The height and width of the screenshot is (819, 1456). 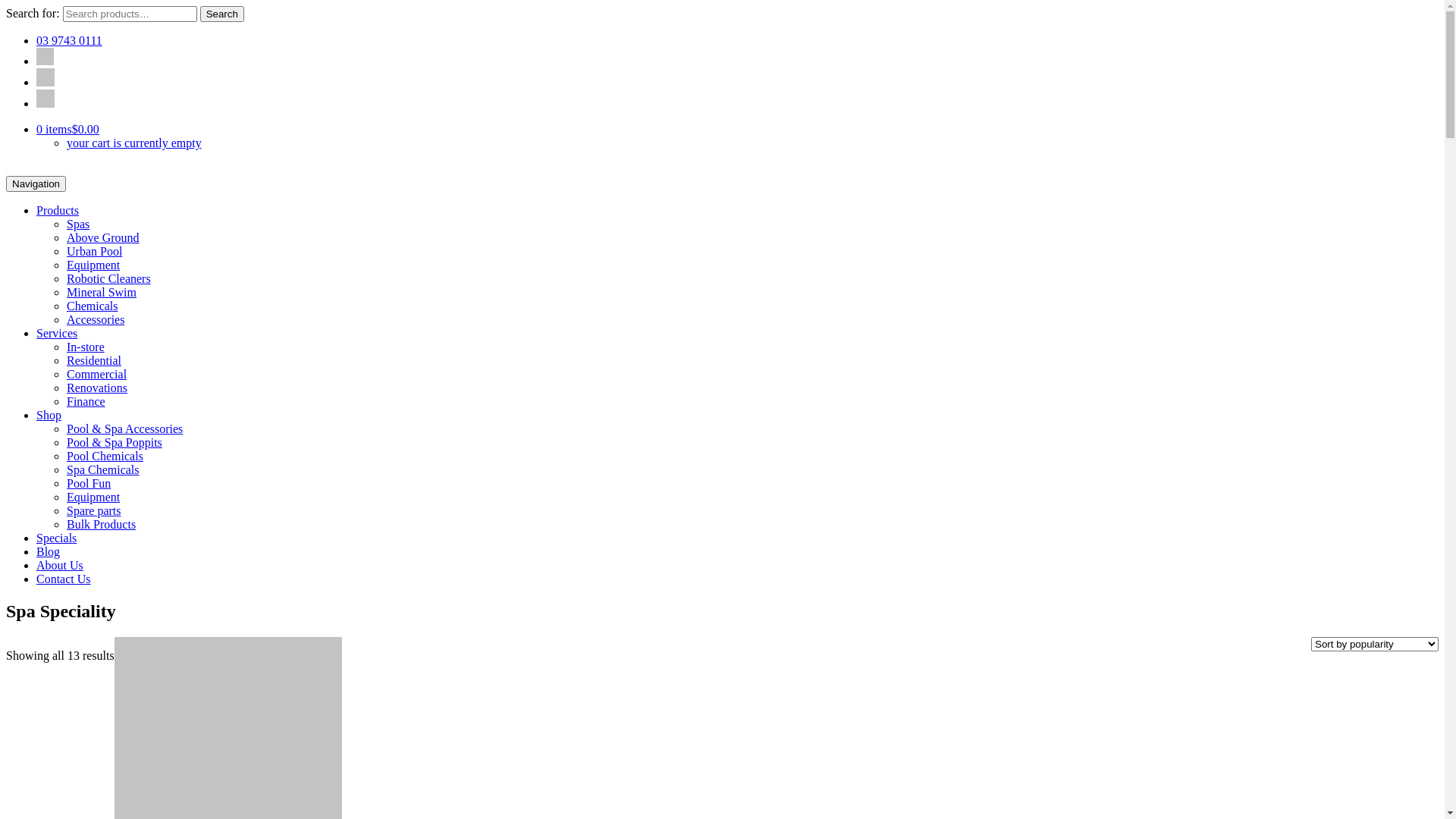 What do you see at coordinates (36, 183) in the screenshot?
I see `'Navigation'` at bounding box center [36, 183].